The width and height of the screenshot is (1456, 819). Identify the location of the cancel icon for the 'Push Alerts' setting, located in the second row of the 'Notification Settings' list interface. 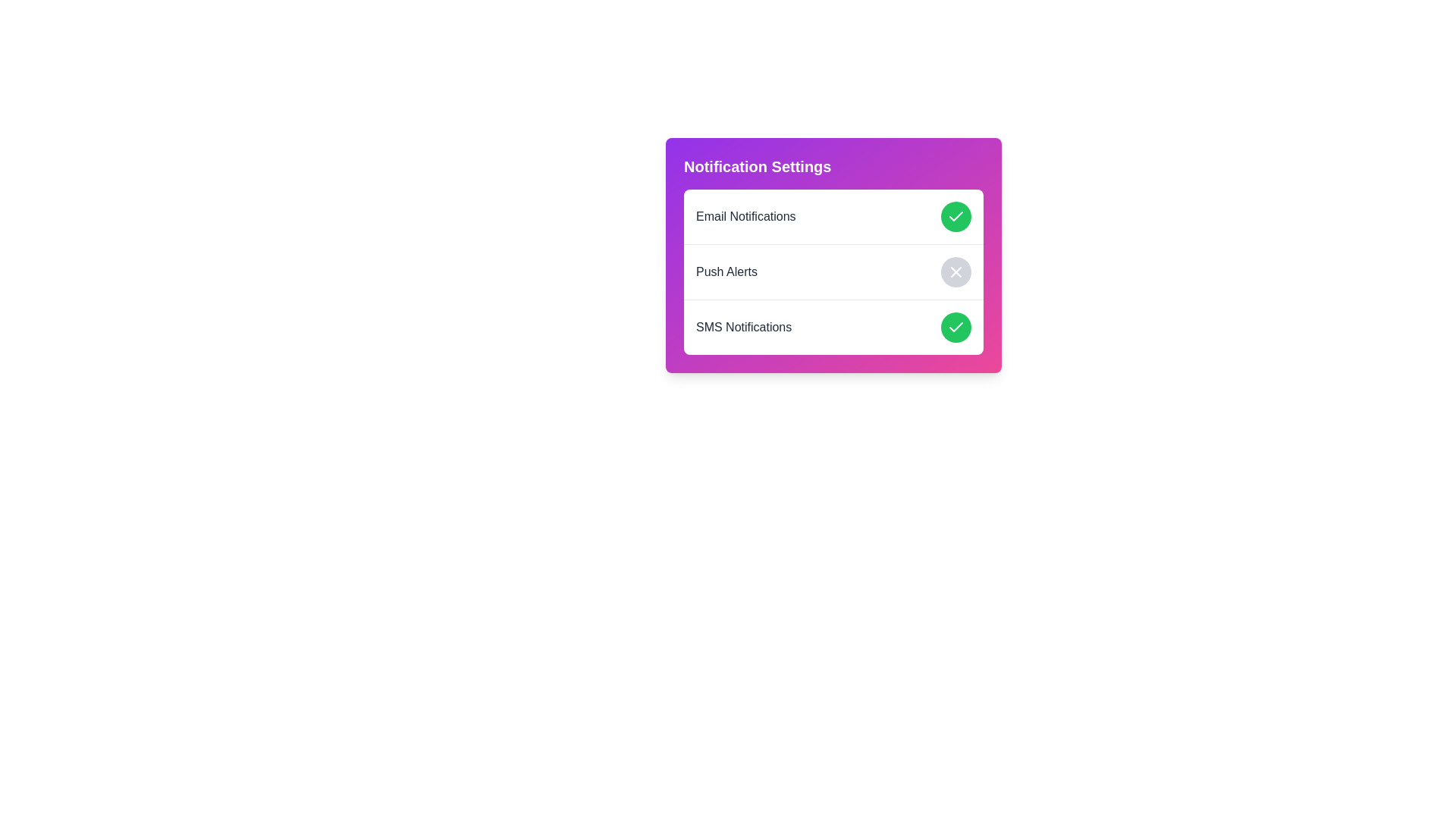
(955, 271).